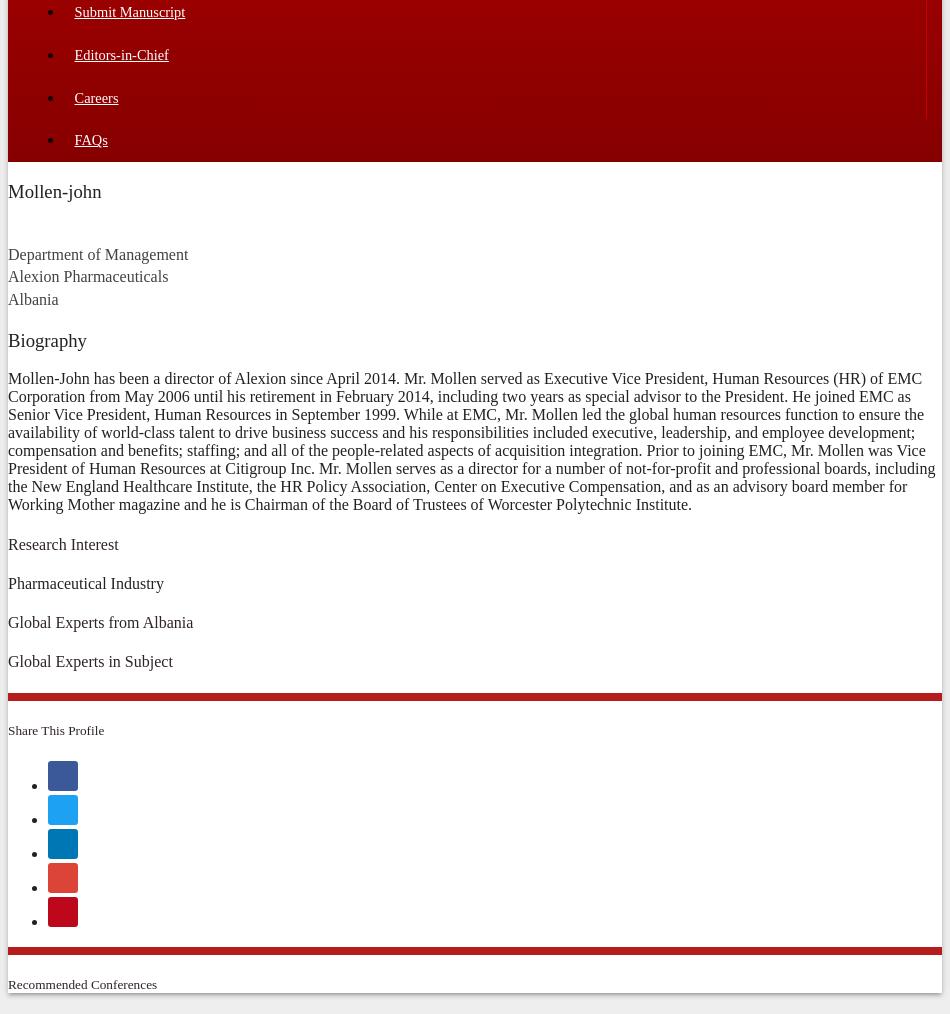 The image size is (950, 1014). I want to click on 'Alexion Pharmaceuticals', so click(87, 276).